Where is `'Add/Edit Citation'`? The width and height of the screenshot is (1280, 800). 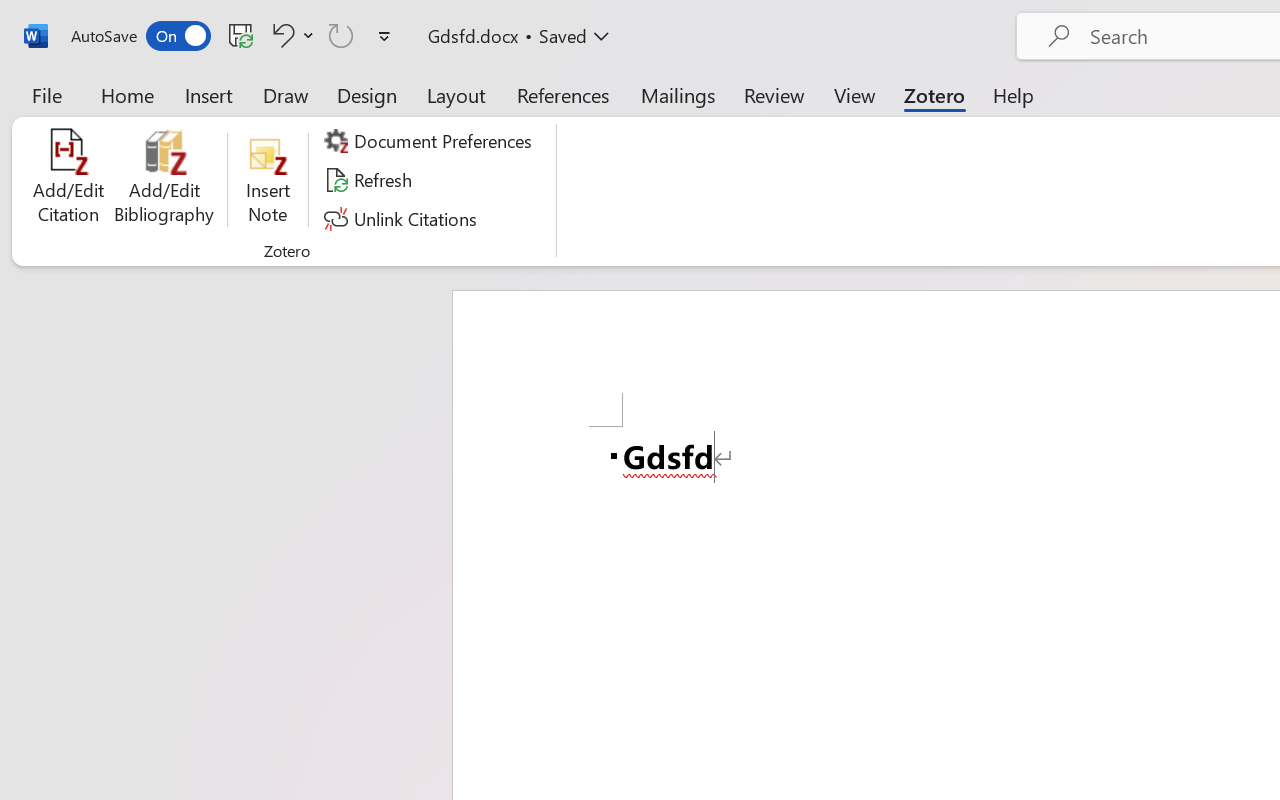 'Add/Edit Citation' is located at coordinates (68, 179).